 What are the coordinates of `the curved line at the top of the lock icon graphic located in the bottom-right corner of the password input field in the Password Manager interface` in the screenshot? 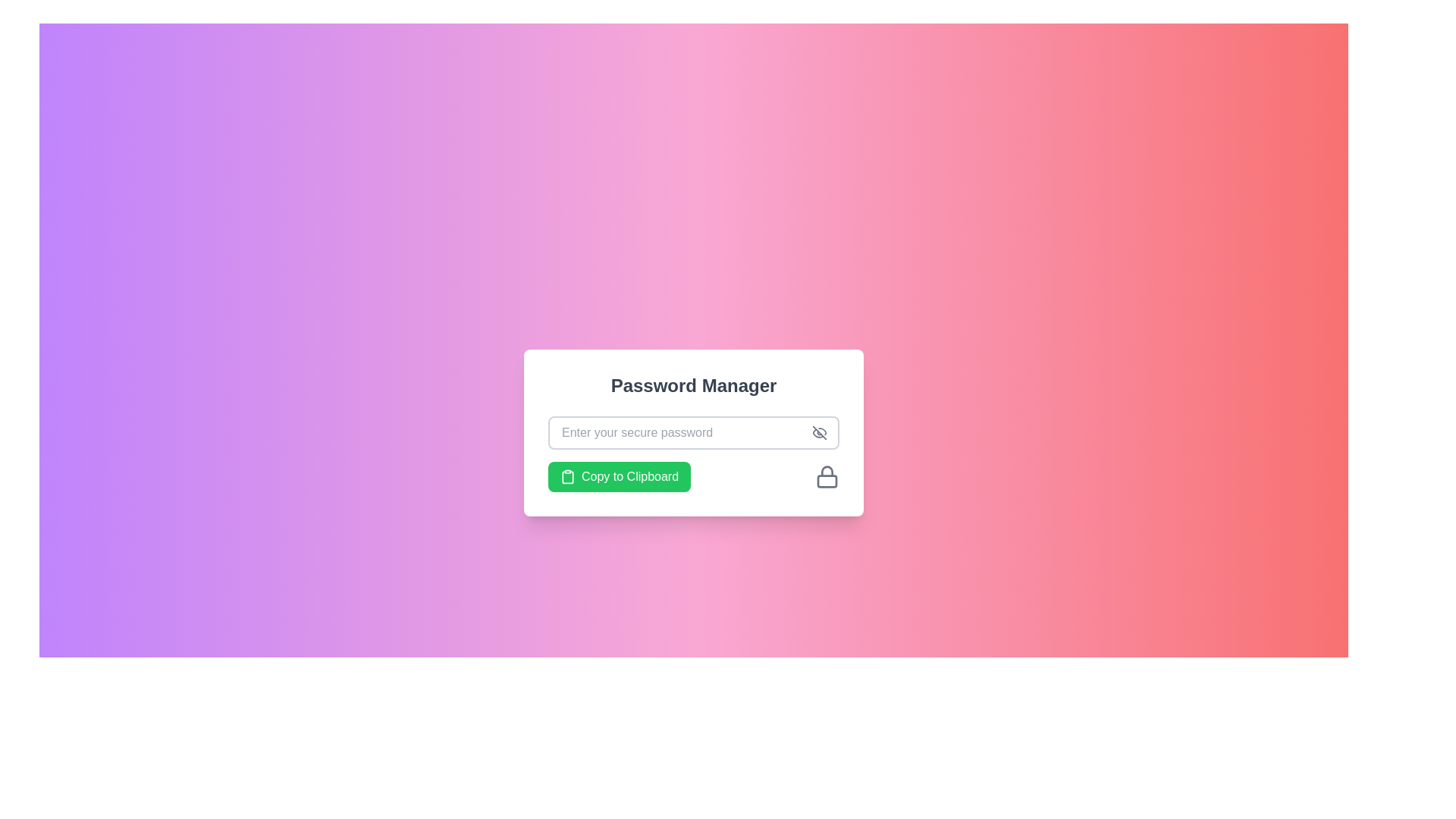 It's located at (826, 470).